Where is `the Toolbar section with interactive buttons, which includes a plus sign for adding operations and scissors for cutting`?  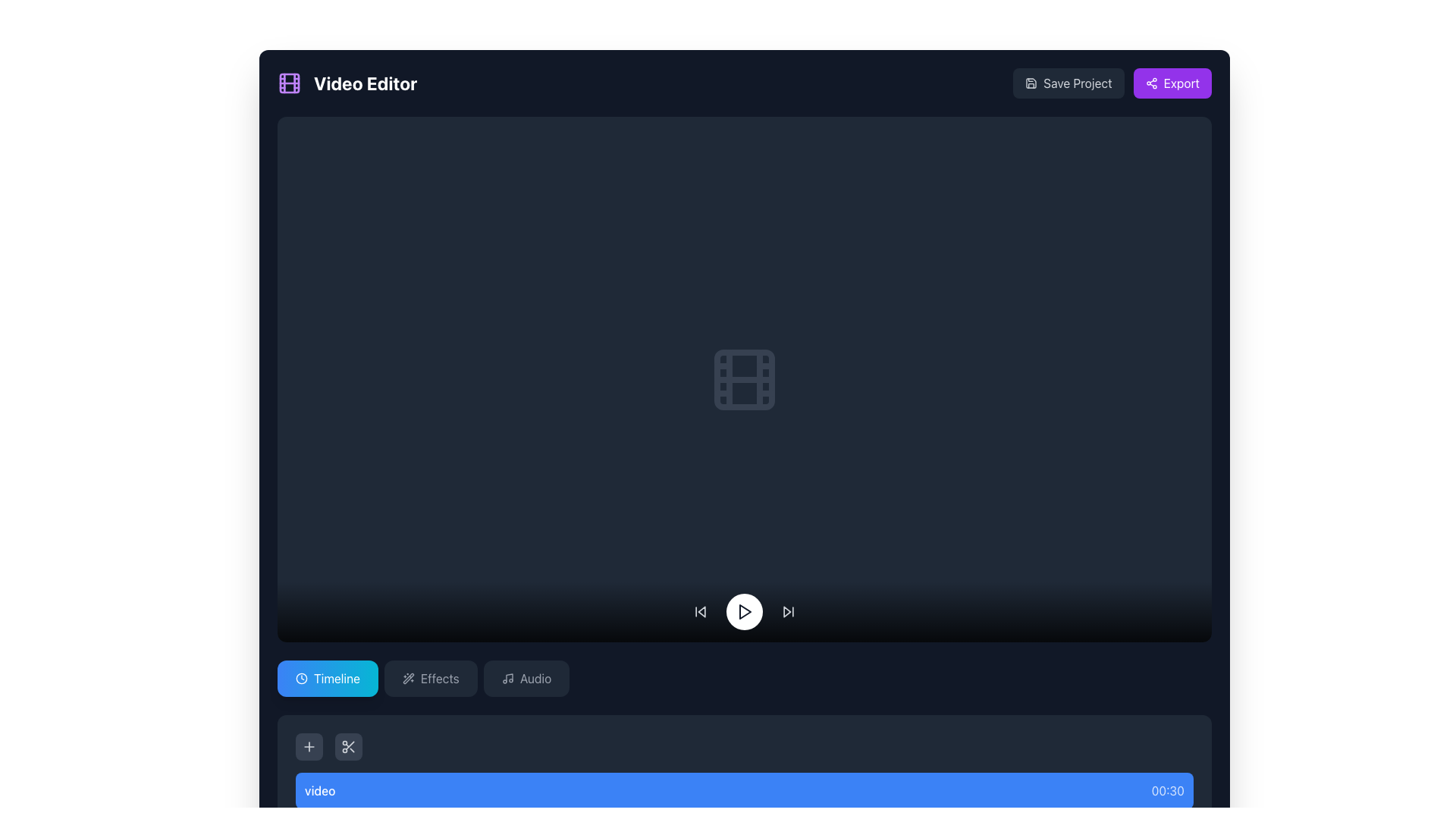 the Toolbar section with interactive buttons, which includes a plus sign for adding operations and scissors for cutting is located at coordinates (745, 745).